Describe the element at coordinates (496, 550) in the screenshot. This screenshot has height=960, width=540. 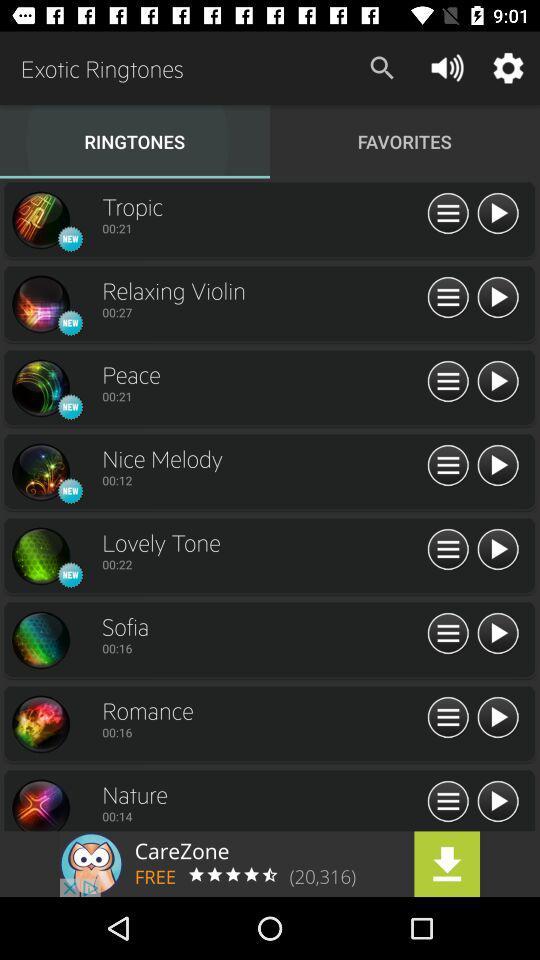
I see `this` at that location.